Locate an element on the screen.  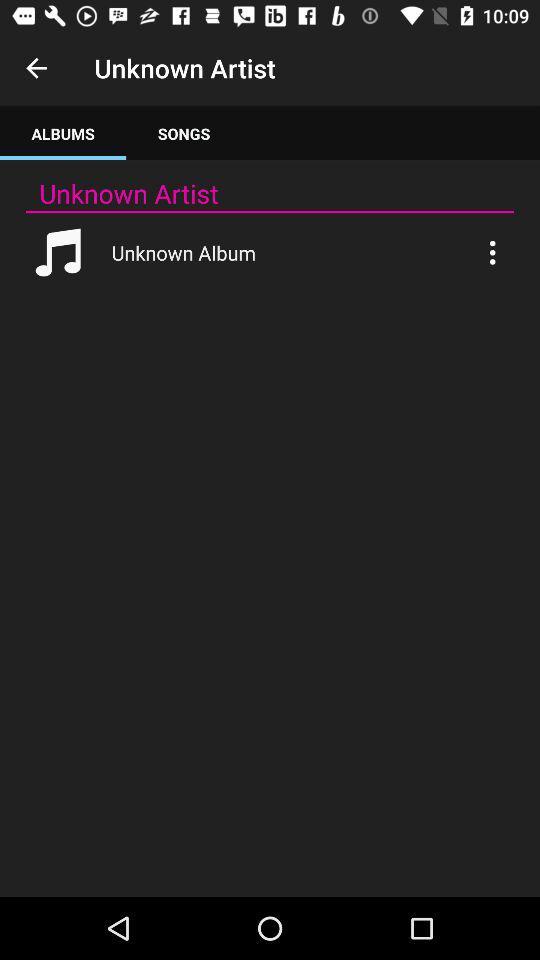
the item above unknown artist icon is located at coordinates (63, 132).